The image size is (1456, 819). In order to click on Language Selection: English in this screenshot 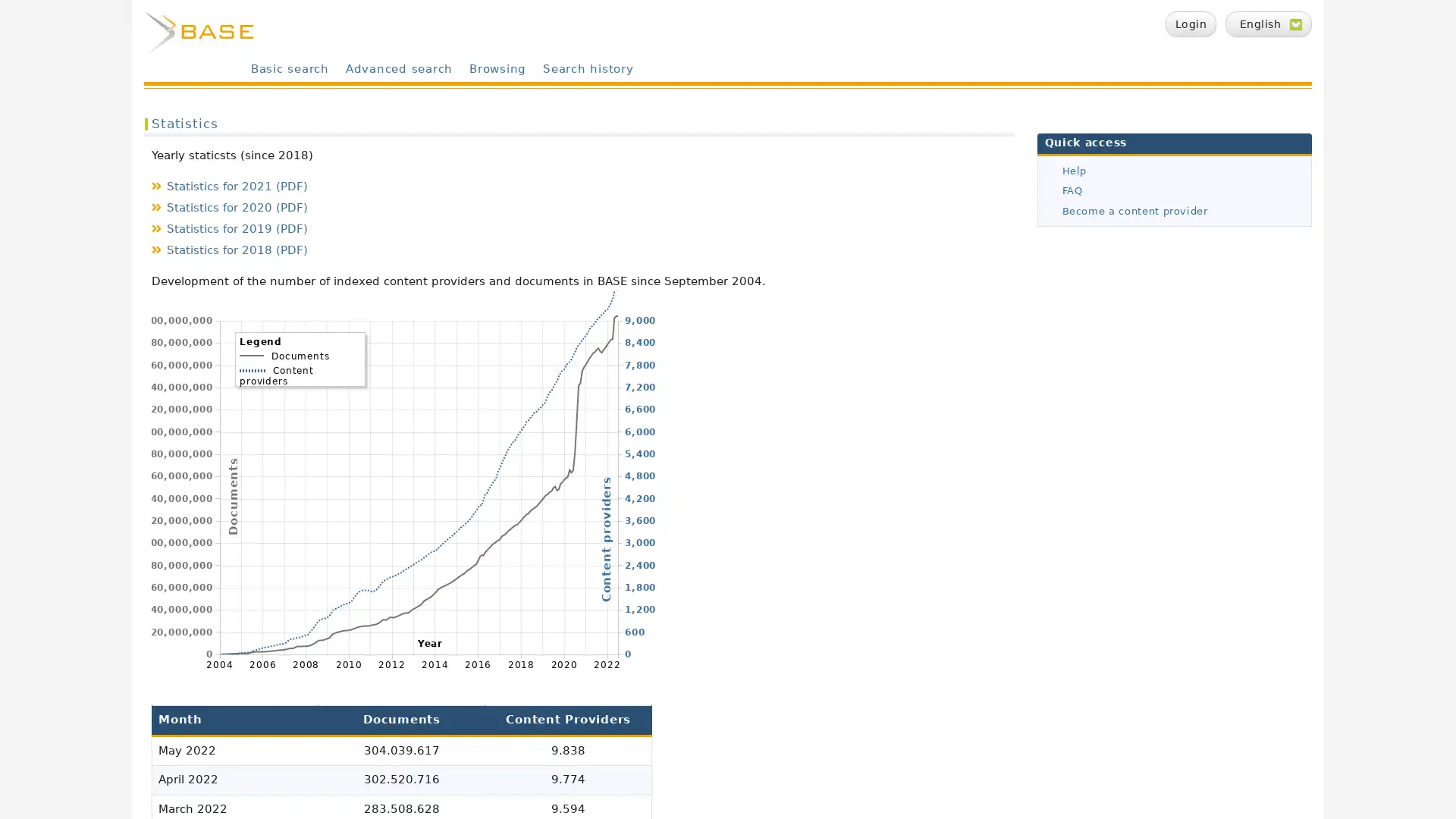, I will do `click(1269, 24)`.